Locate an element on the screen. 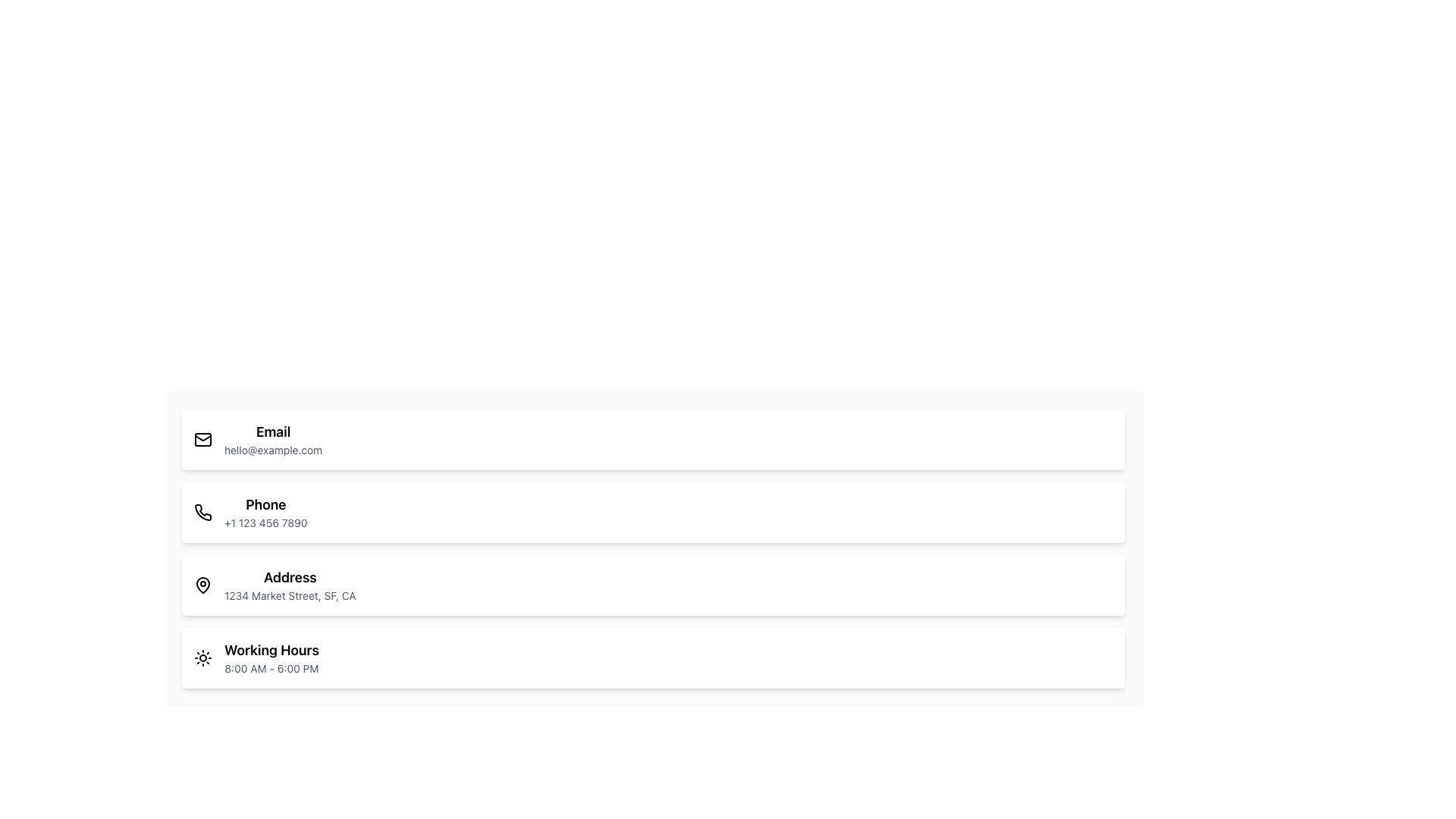 The width and height of the screenshot is (1456, 819). the rectangular graphical component representing the email feature icon located within the SVG envelope icon is located at coordinates (202, 439).